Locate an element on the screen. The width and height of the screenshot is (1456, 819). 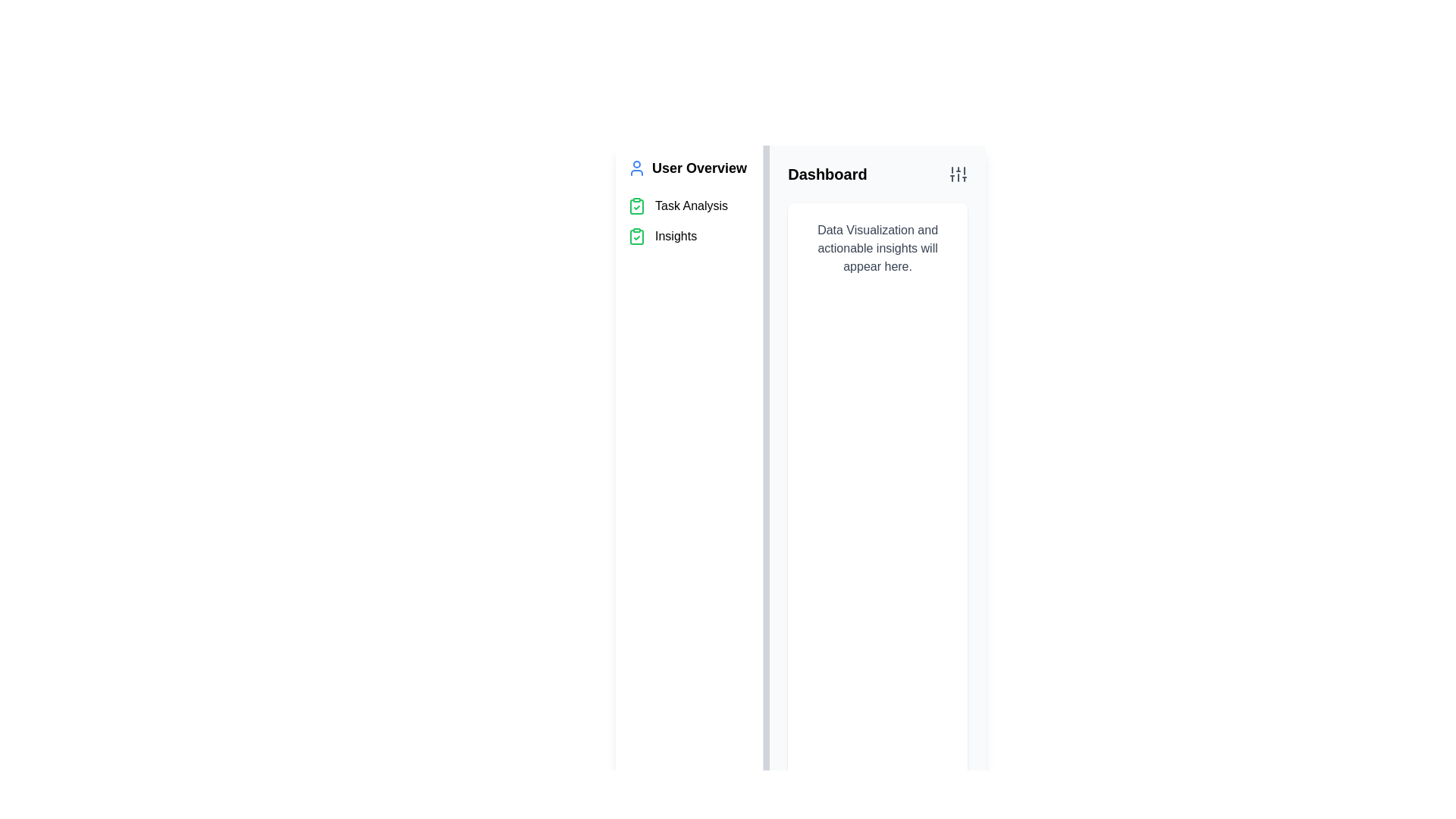
the 'User Overview' text label located in the sidebar navigation layout, positioned to the right of a blue user icon and above the green tick icons for 'Task Analysis' and 'Insights' is located at coordinates (698, 168).